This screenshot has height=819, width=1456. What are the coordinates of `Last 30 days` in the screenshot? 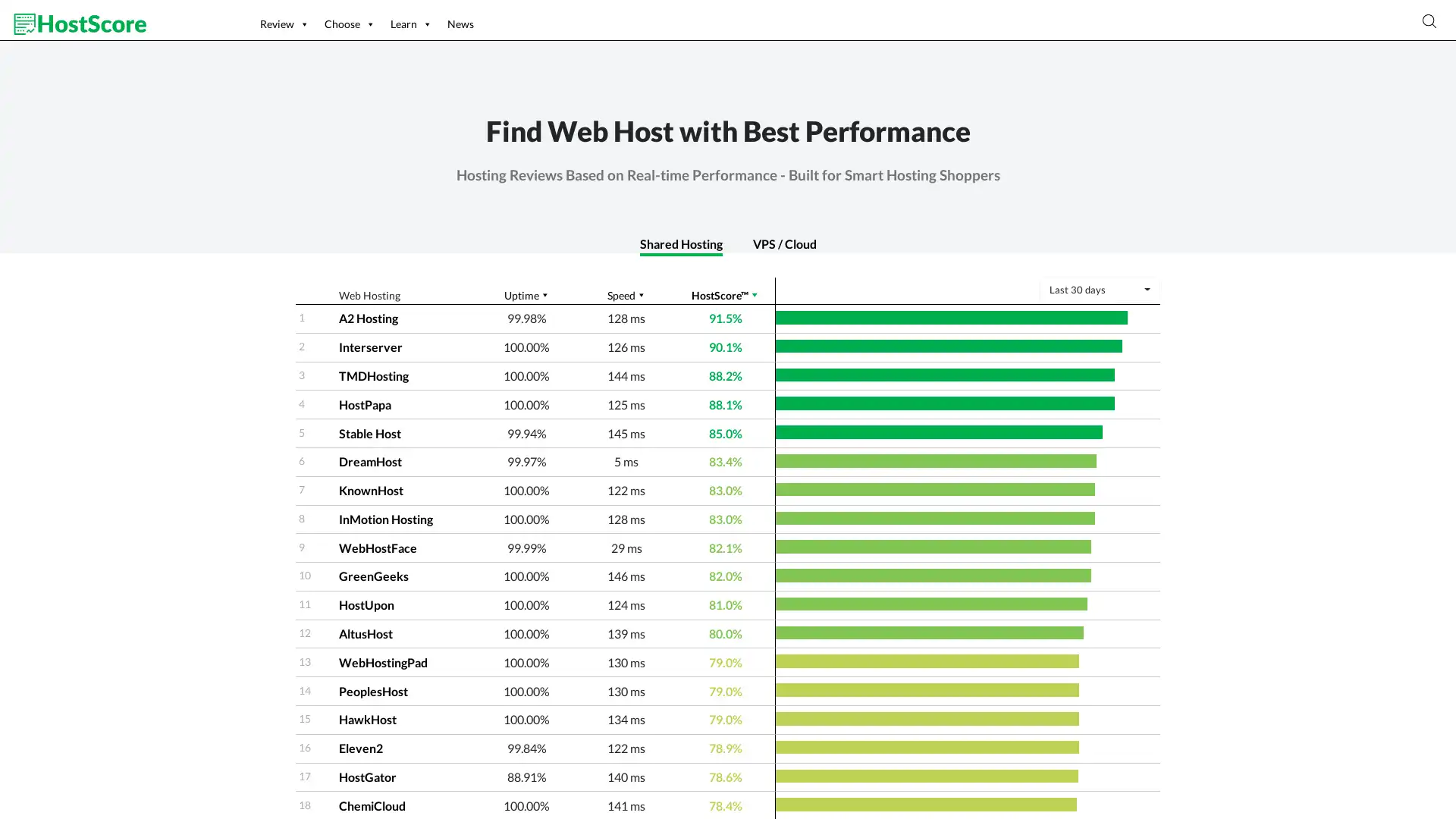 It's located at (1099, 290).